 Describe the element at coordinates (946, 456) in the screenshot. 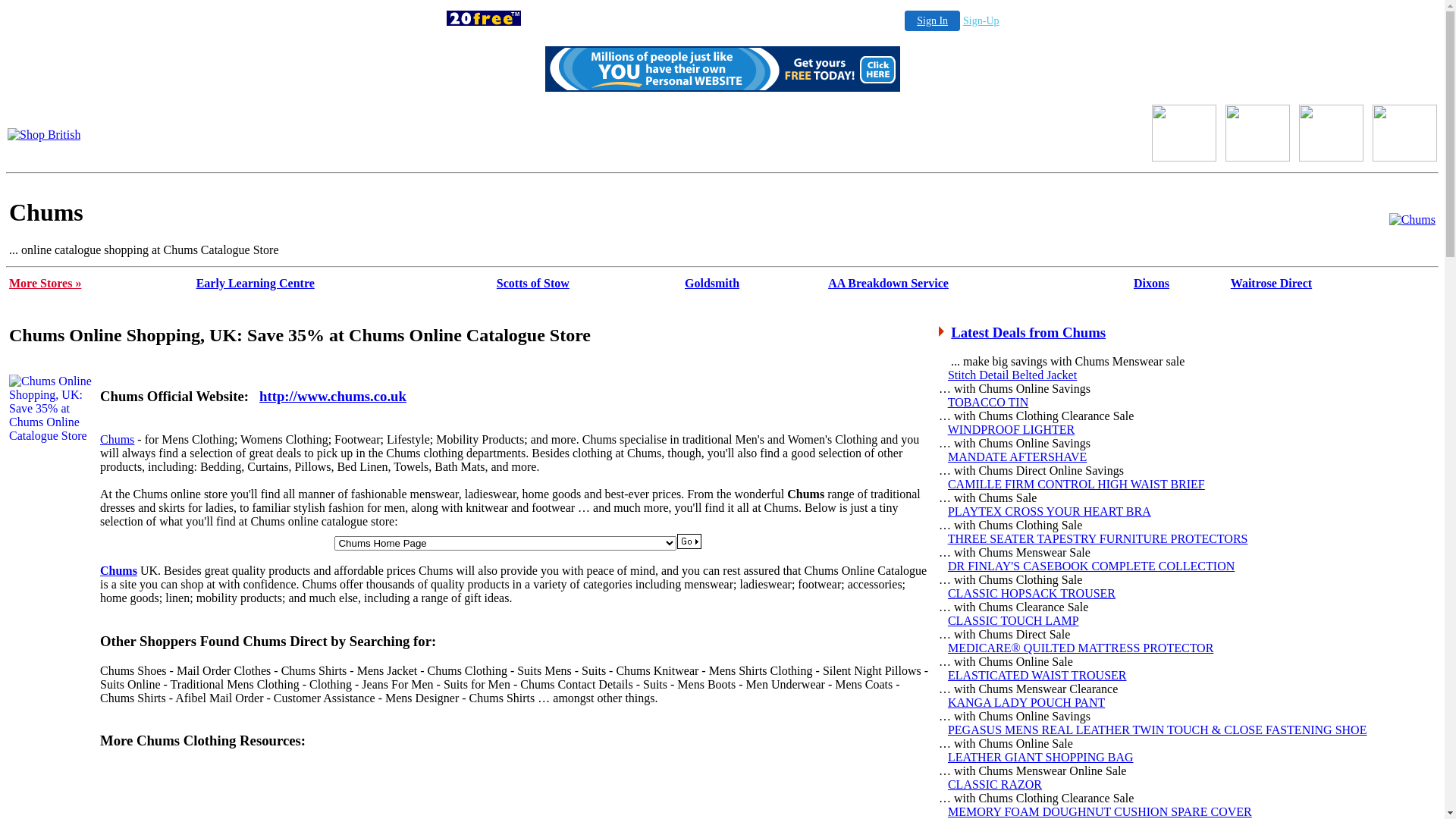

I see `'MANDATE AFTERSHAVE'` at that location.